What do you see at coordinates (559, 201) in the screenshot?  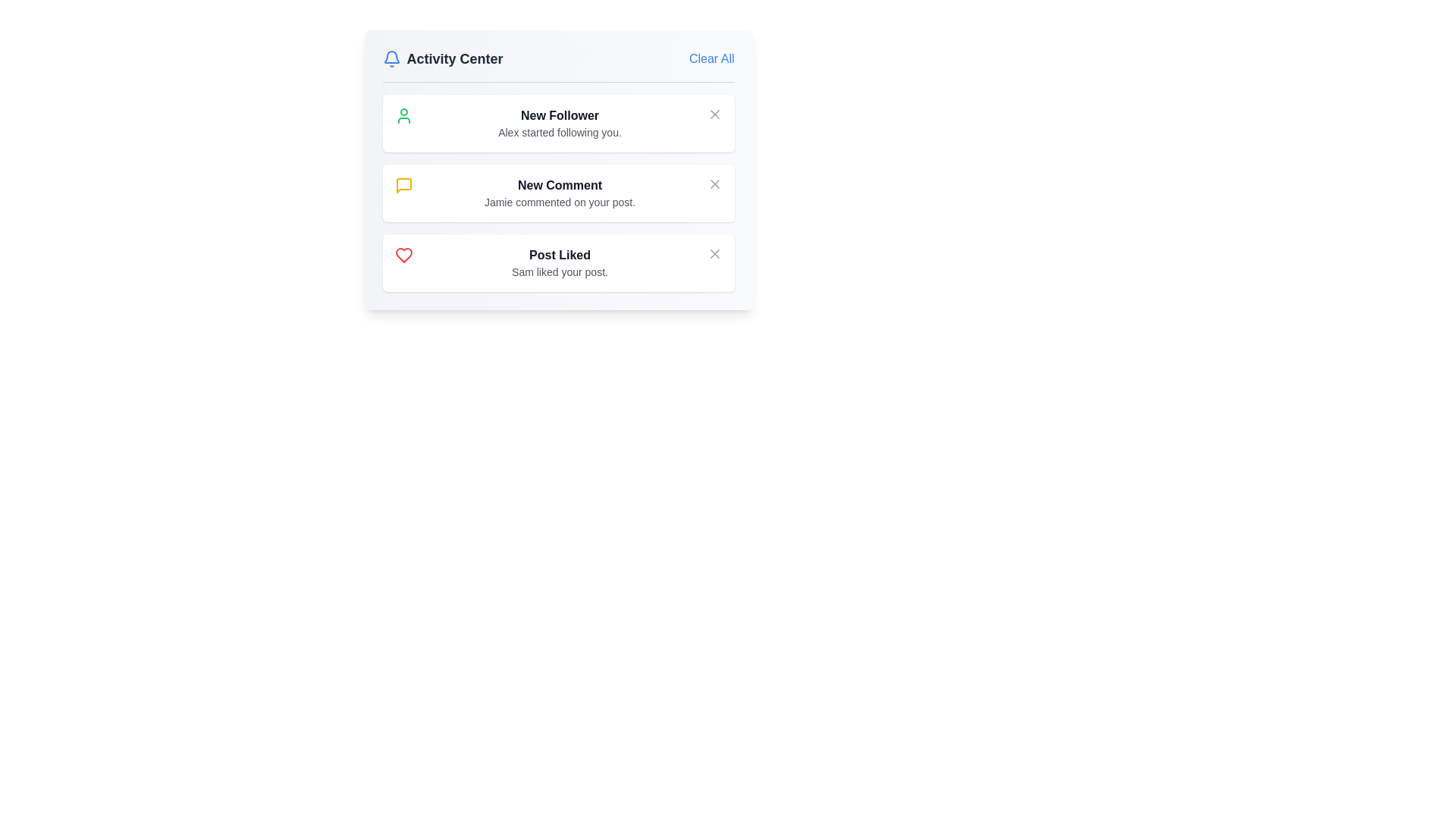 I see `the Text label that provides additional information about a comment on the user's post, positioned below 'New Comment' within the notifications list` at bounding box center [559, 201].